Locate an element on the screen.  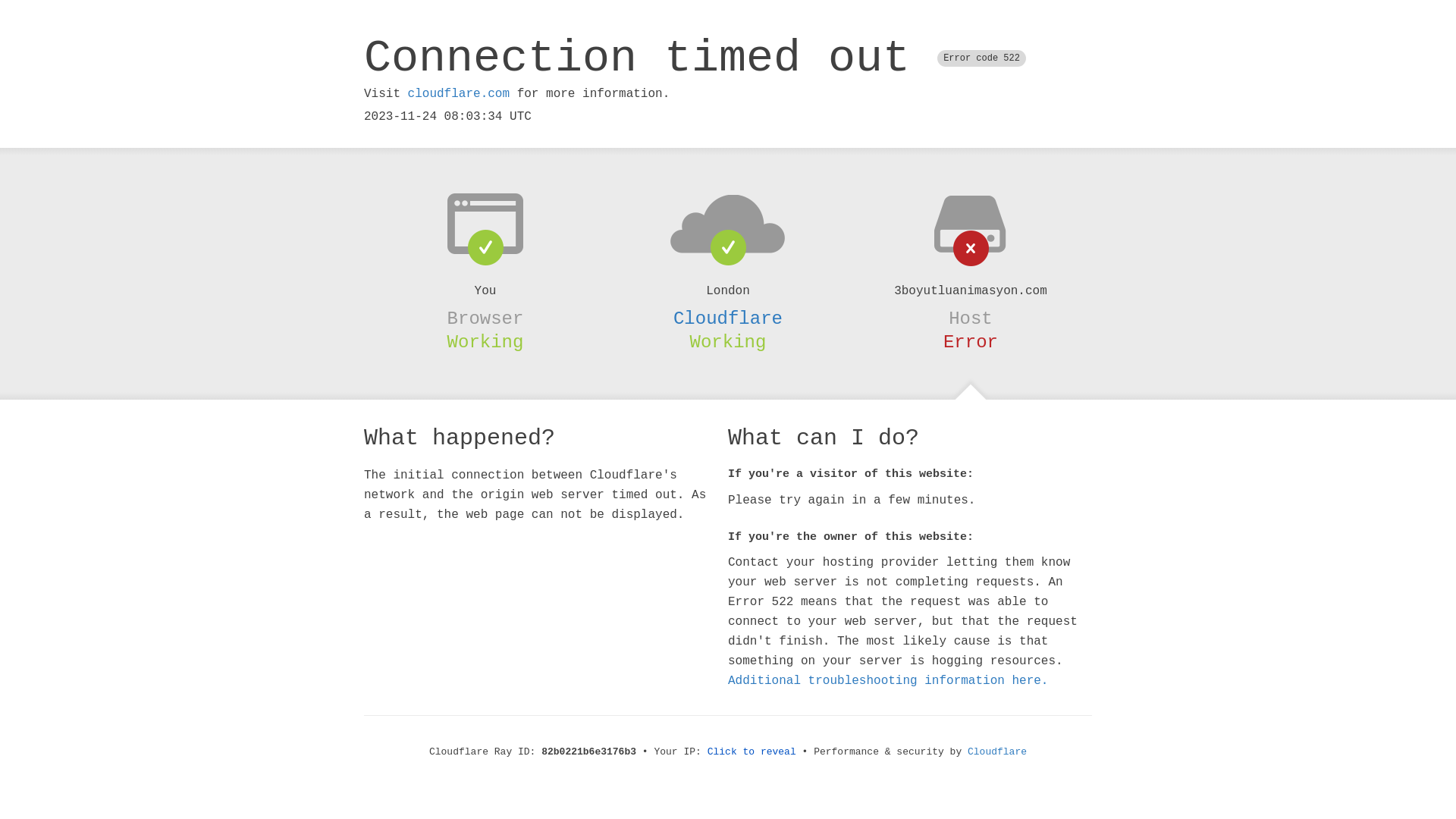
'cloudflare.com' is located at coordinates (457, 93).